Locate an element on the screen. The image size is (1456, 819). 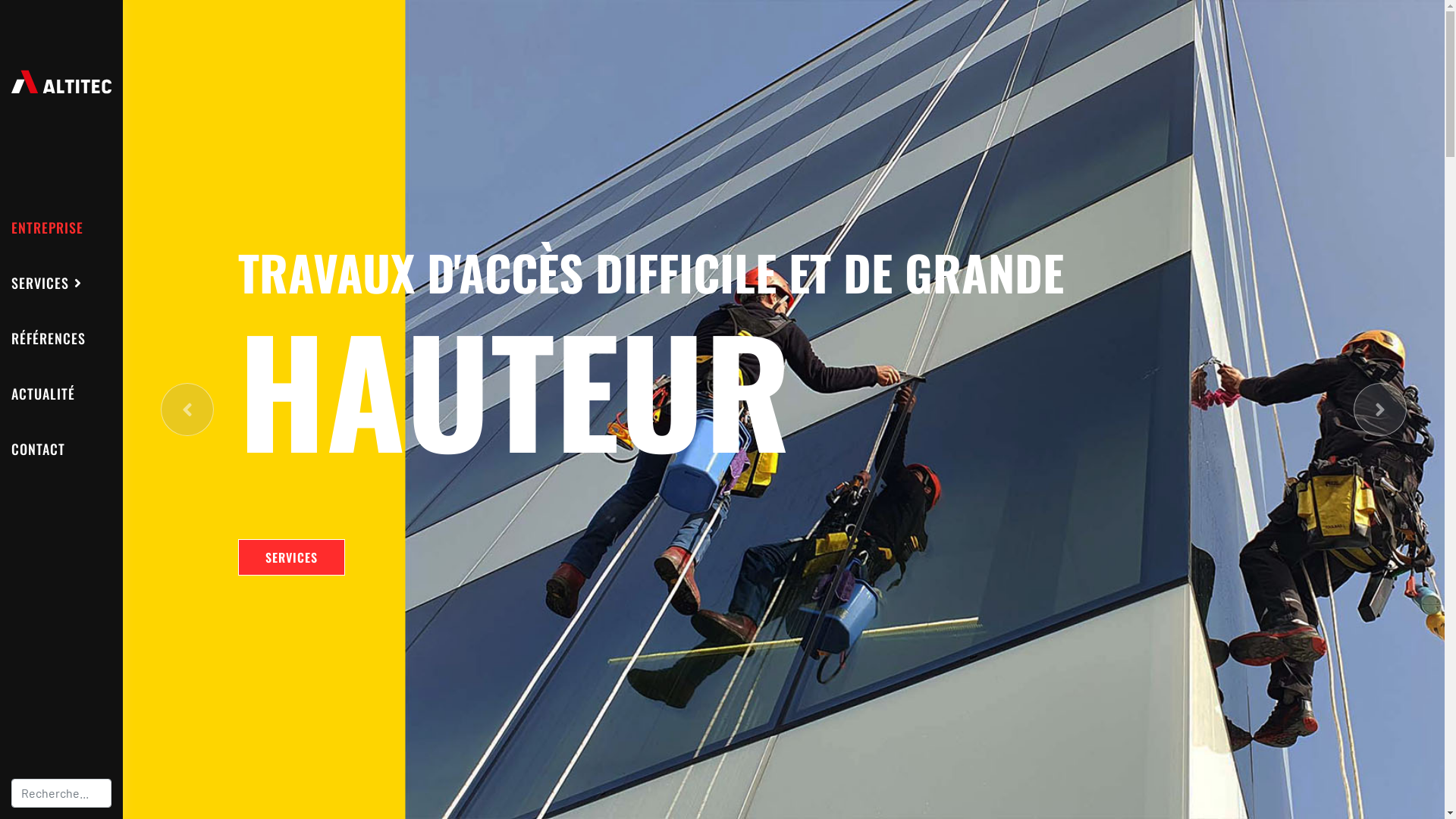
'ENTREPRISE' is located at coordinates (11, 227).